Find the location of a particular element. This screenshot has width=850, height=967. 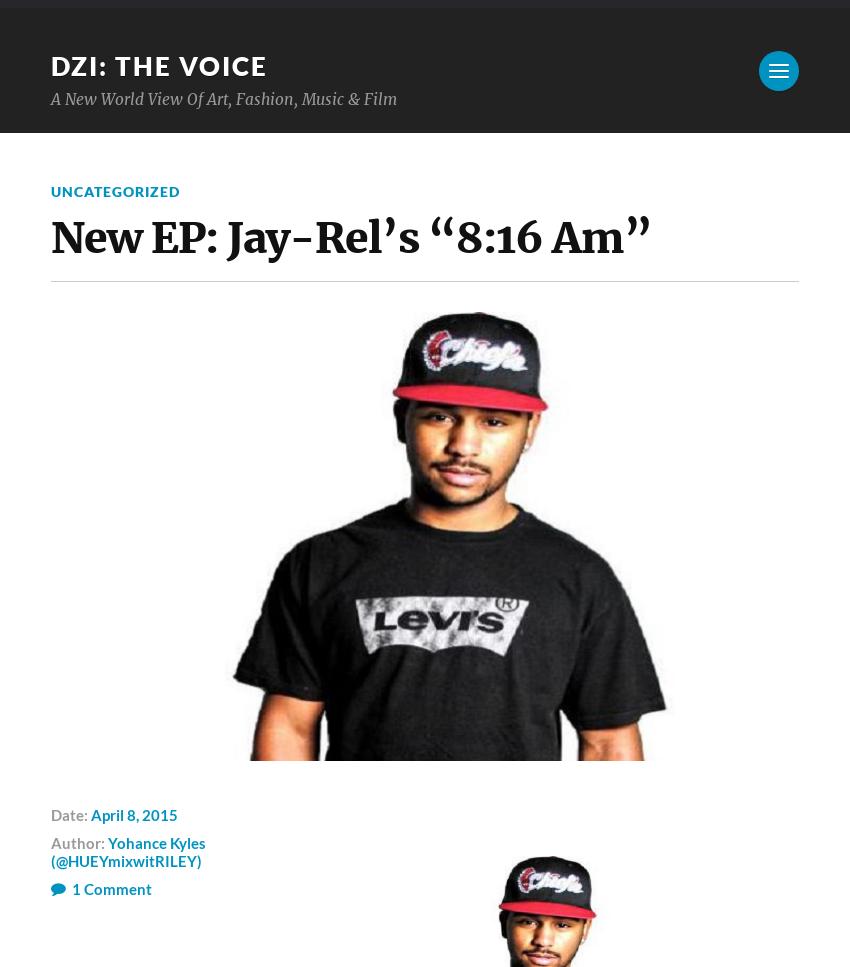

'1' is located at coordinates (76, 886).